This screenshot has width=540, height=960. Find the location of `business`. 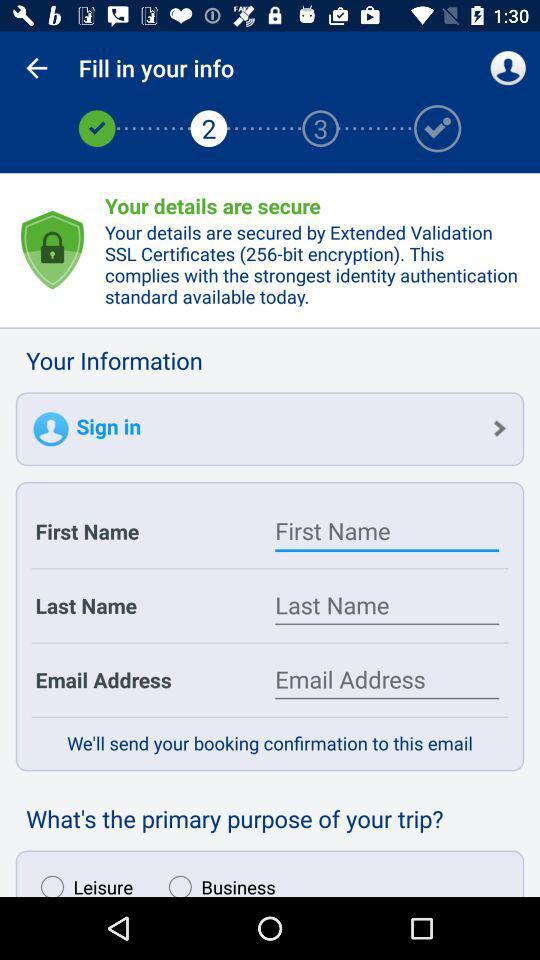

business is located at coordinates (216, 880).